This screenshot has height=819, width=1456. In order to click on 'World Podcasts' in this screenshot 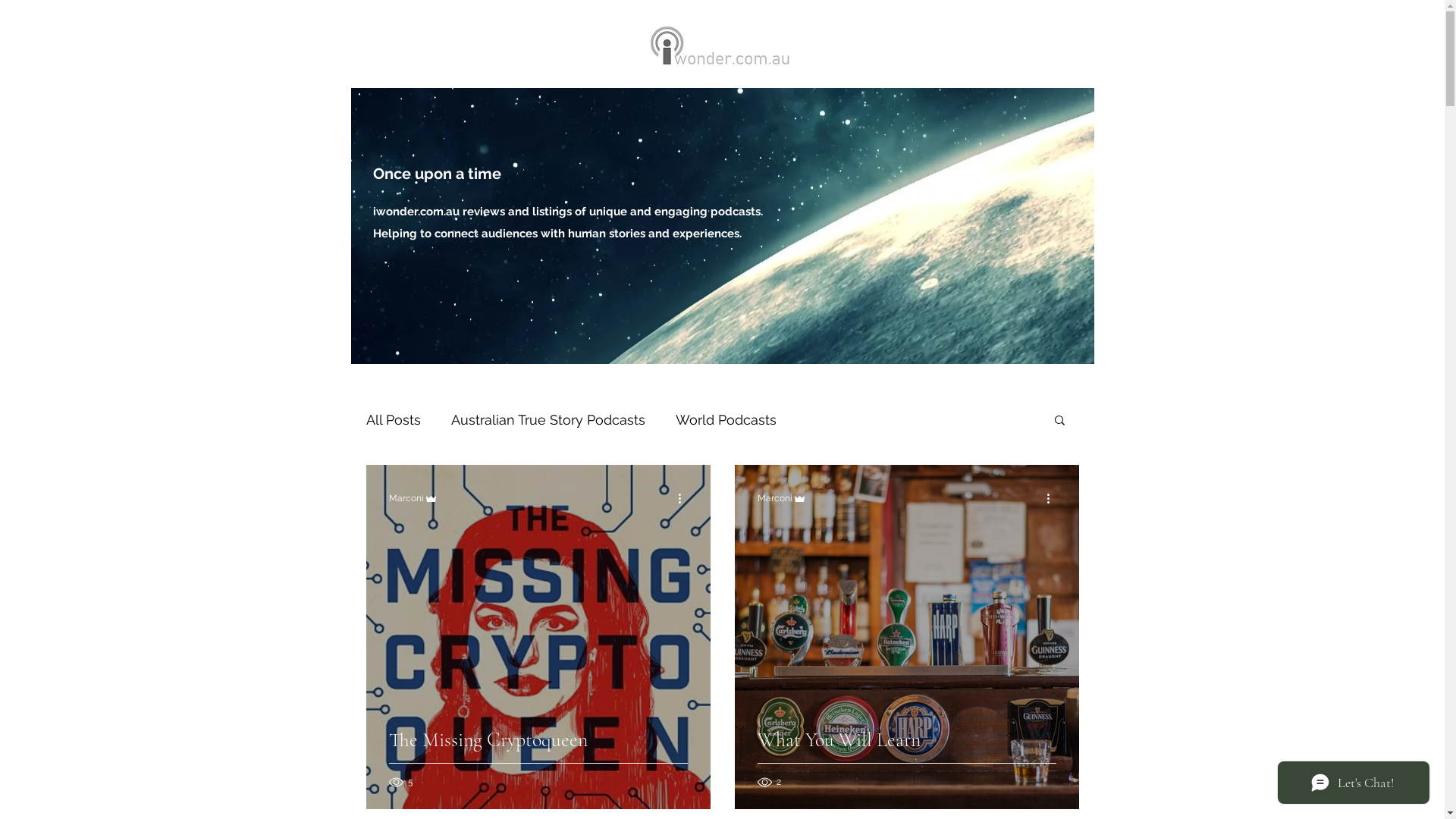, I will do `click(724, 419)`.